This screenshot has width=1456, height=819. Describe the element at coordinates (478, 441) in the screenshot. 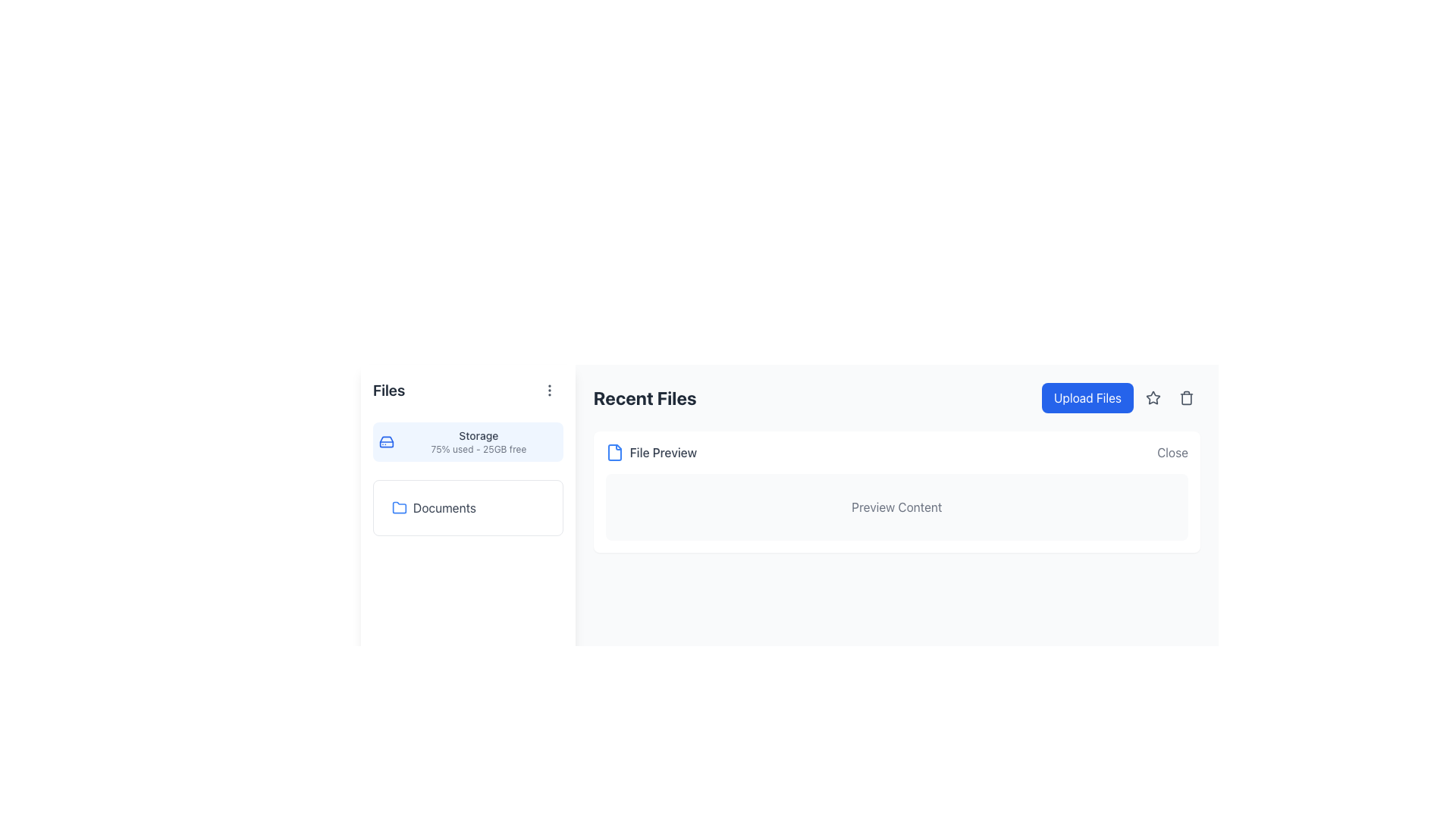

I see `the Text Display element that shows 'Storage' and '75% used - 25GB free'` at that location.